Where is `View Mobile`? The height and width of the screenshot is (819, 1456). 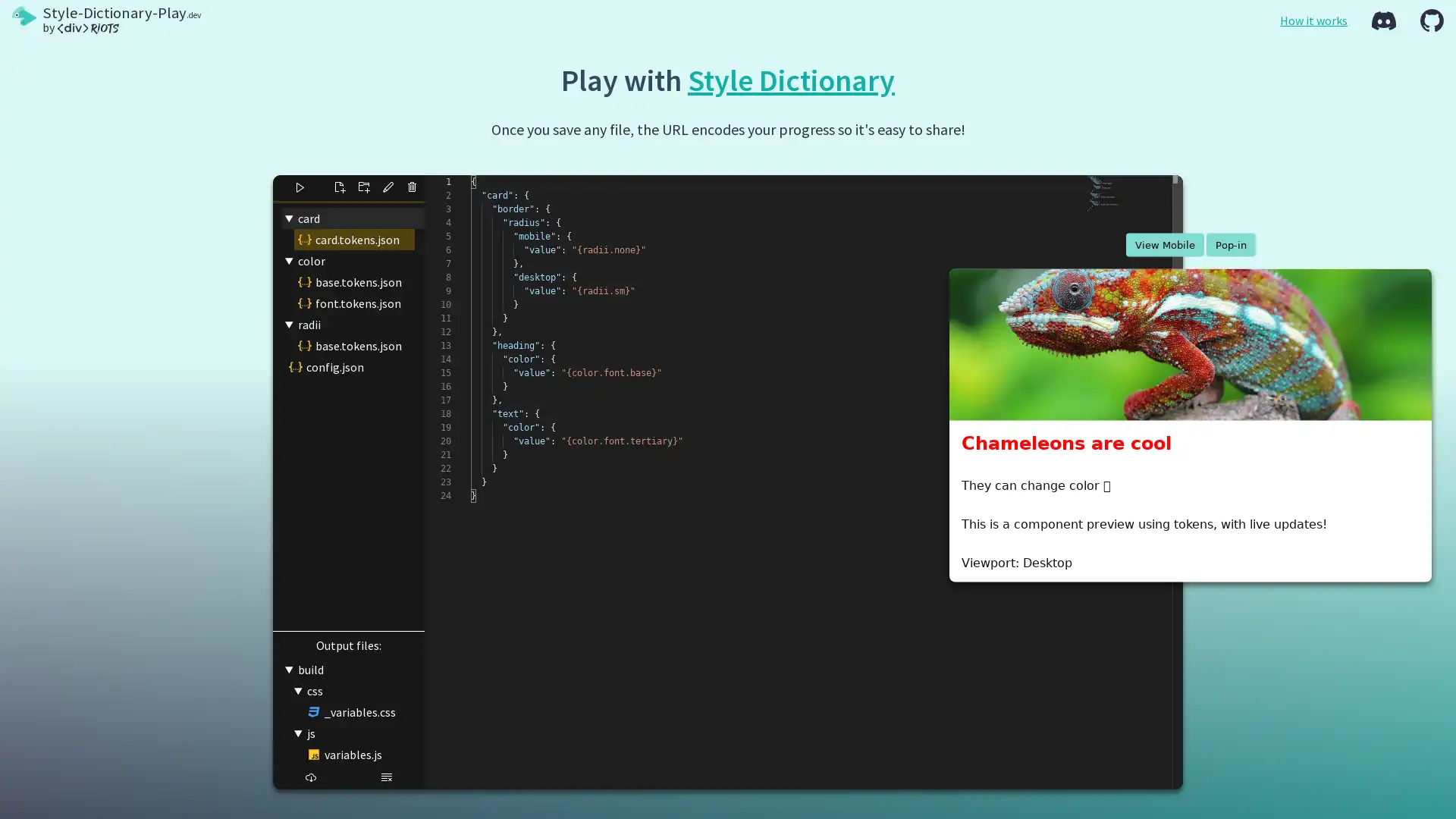
View Mobile is located at coordinates (1163, 243).